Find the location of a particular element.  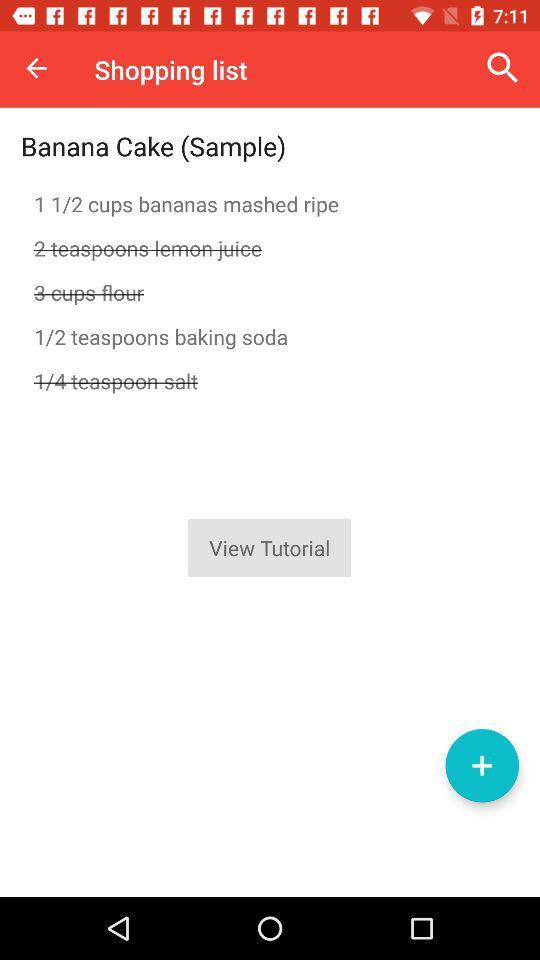

item at the top right corner is located at coordinates (502, 68).